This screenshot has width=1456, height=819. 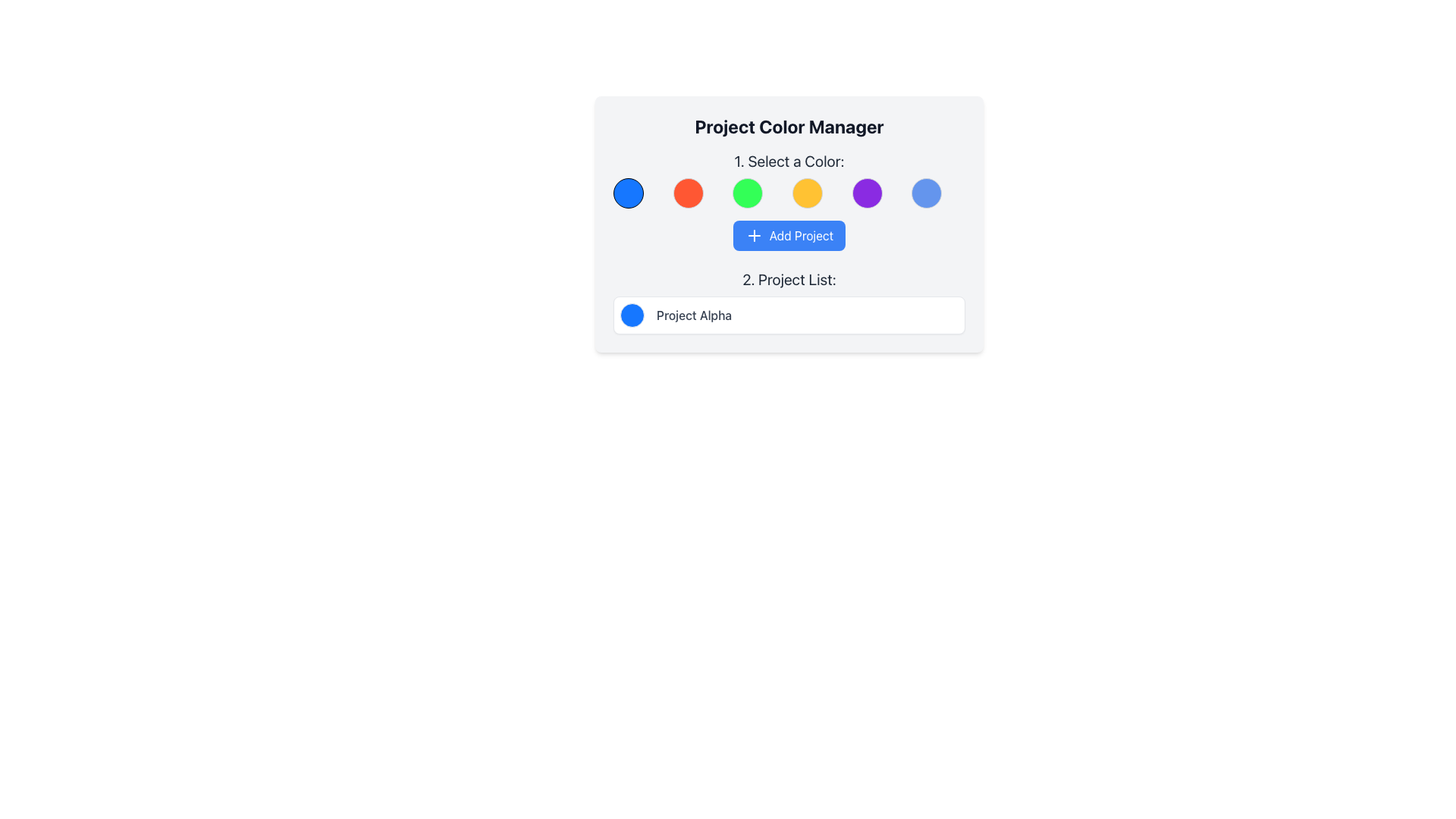 I want to click on the text label 'Project Alpha', which is styled with gray color and medium font weight, located to the right of a blue circular icon within the project manager panel's list entry, so click(x=693, y=315).